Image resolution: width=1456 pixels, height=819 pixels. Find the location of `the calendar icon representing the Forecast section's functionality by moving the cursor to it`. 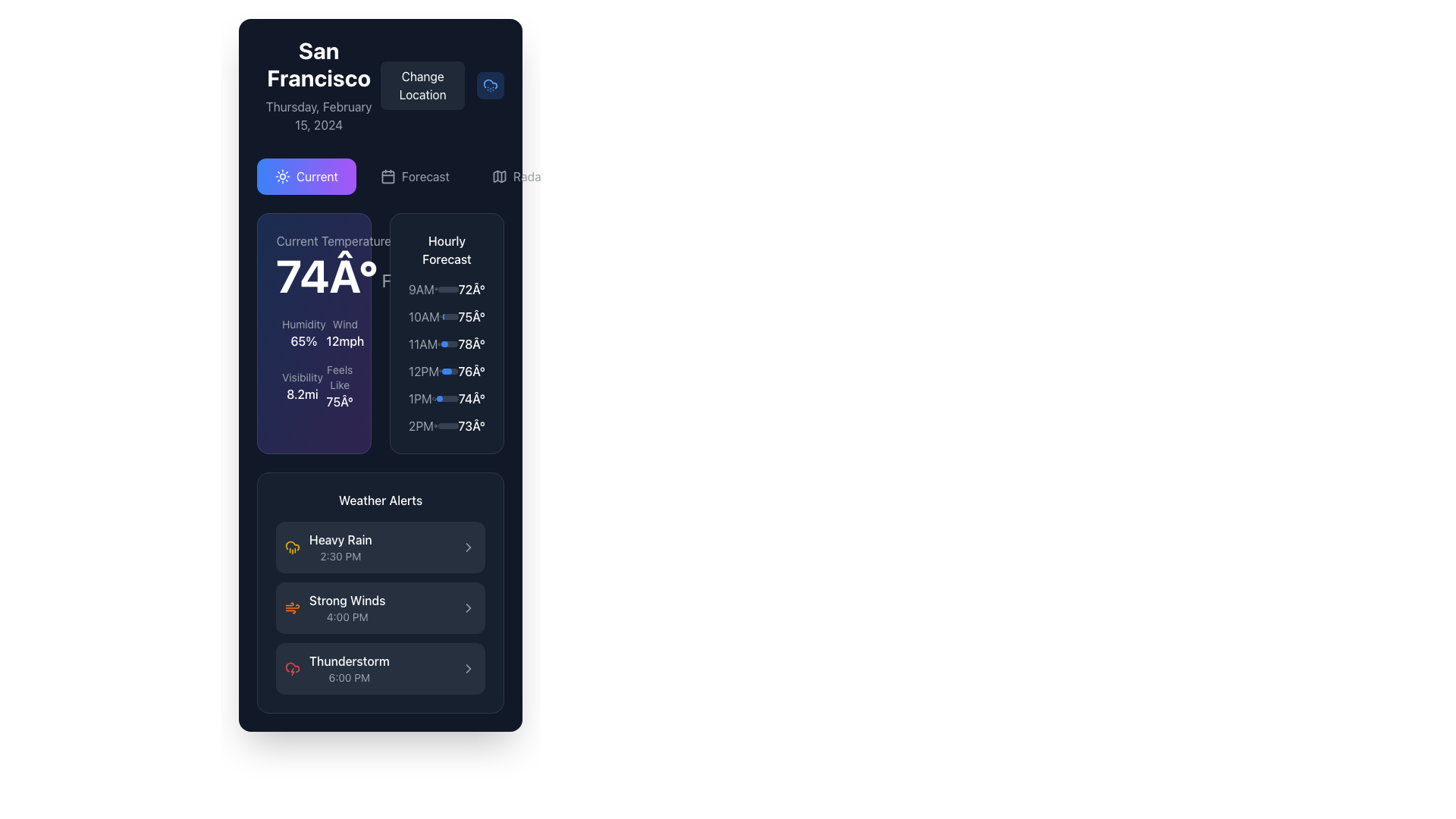

the calendar icon representing the Forecast section's functionality by moving the cursor to it is located at coordinates (388, 175).